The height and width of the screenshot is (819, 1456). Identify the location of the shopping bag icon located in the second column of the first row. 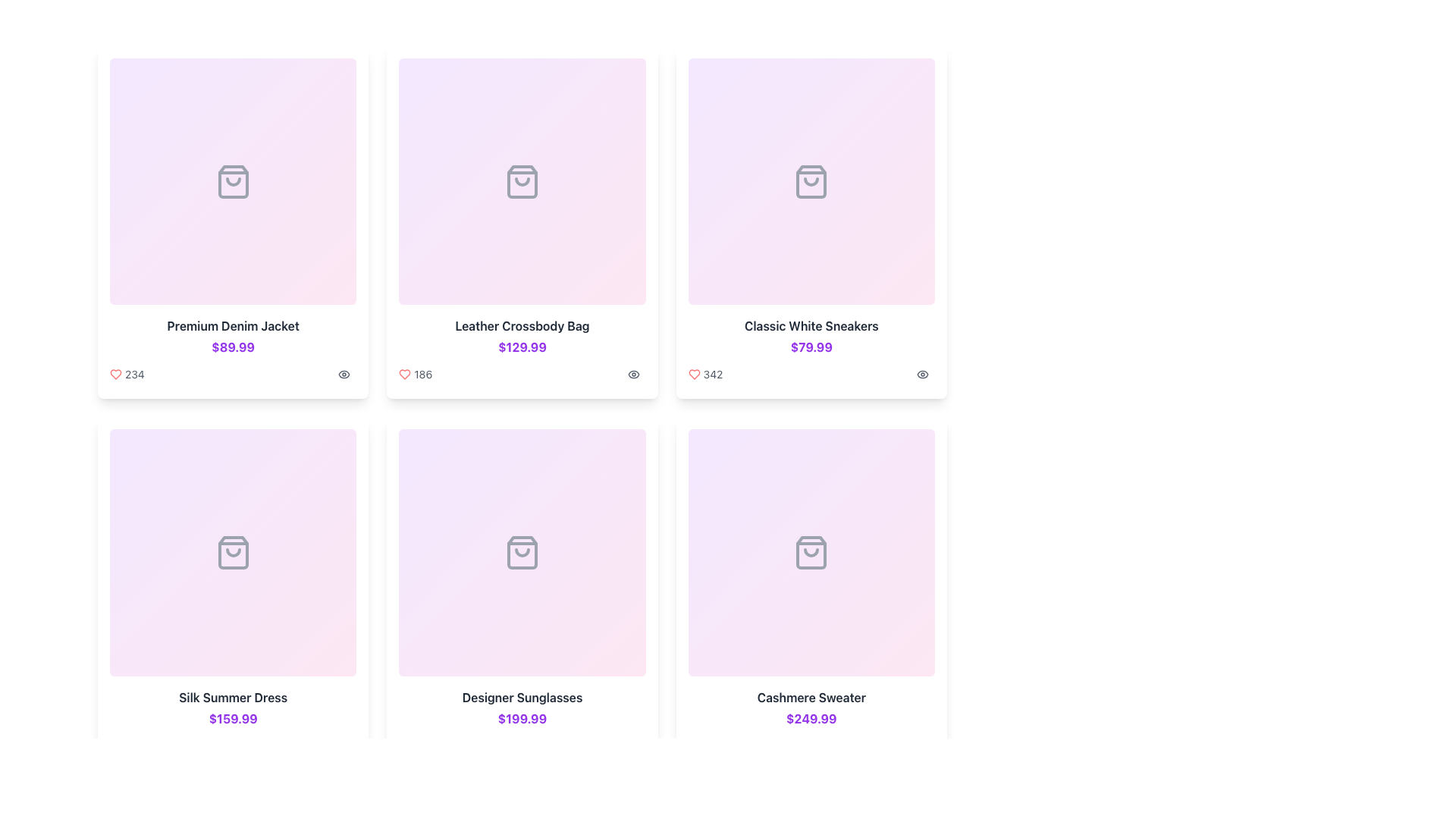
(522, 180).